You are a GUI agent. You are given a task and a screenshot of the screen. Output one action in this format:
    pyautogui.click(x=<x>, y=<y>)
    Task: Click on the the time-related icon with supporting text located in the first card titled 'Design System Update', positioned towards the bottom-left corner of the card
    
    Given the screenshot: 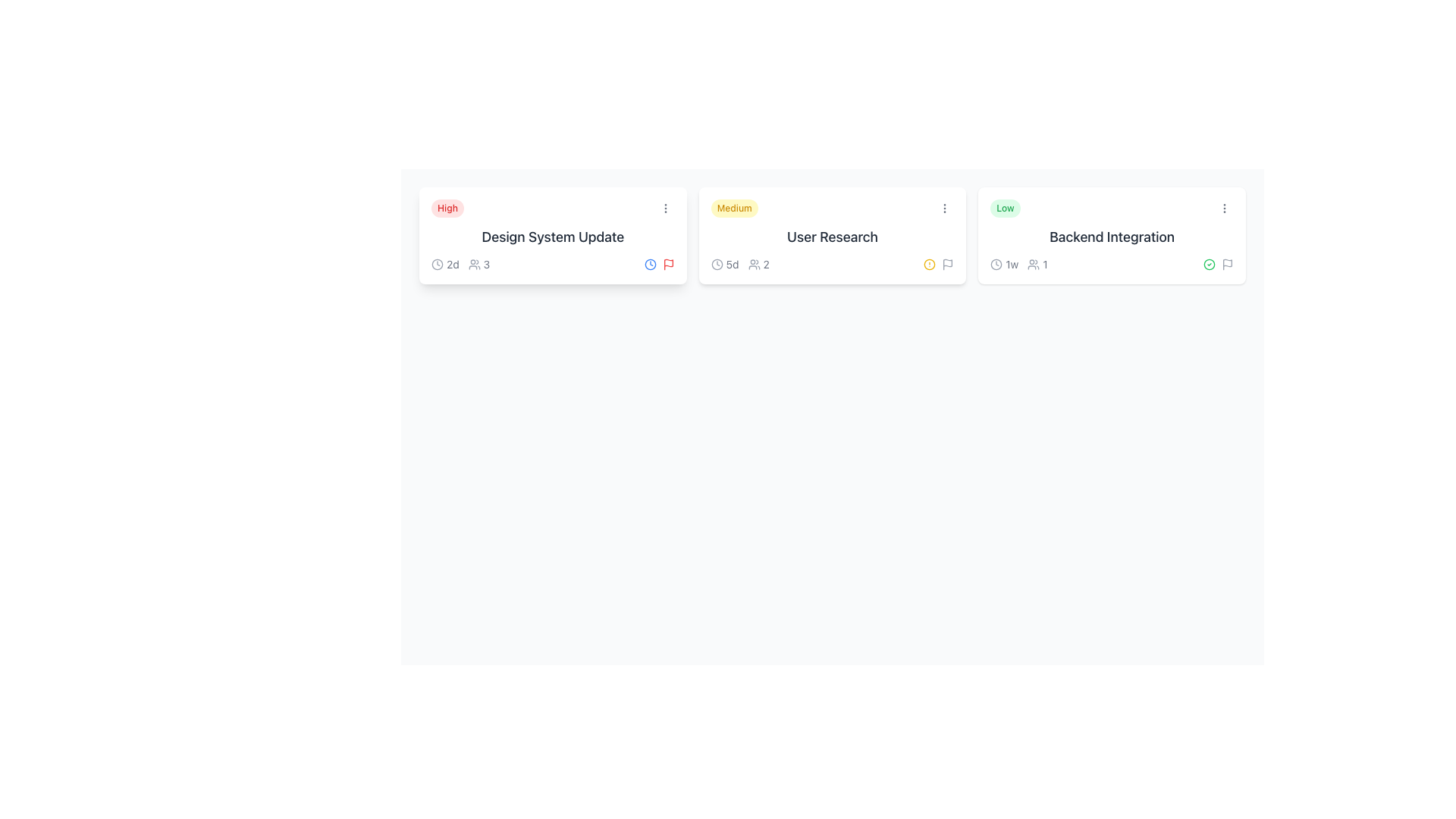 What is the action you would take?
    pyautogui.click(x=444, y=263)
    